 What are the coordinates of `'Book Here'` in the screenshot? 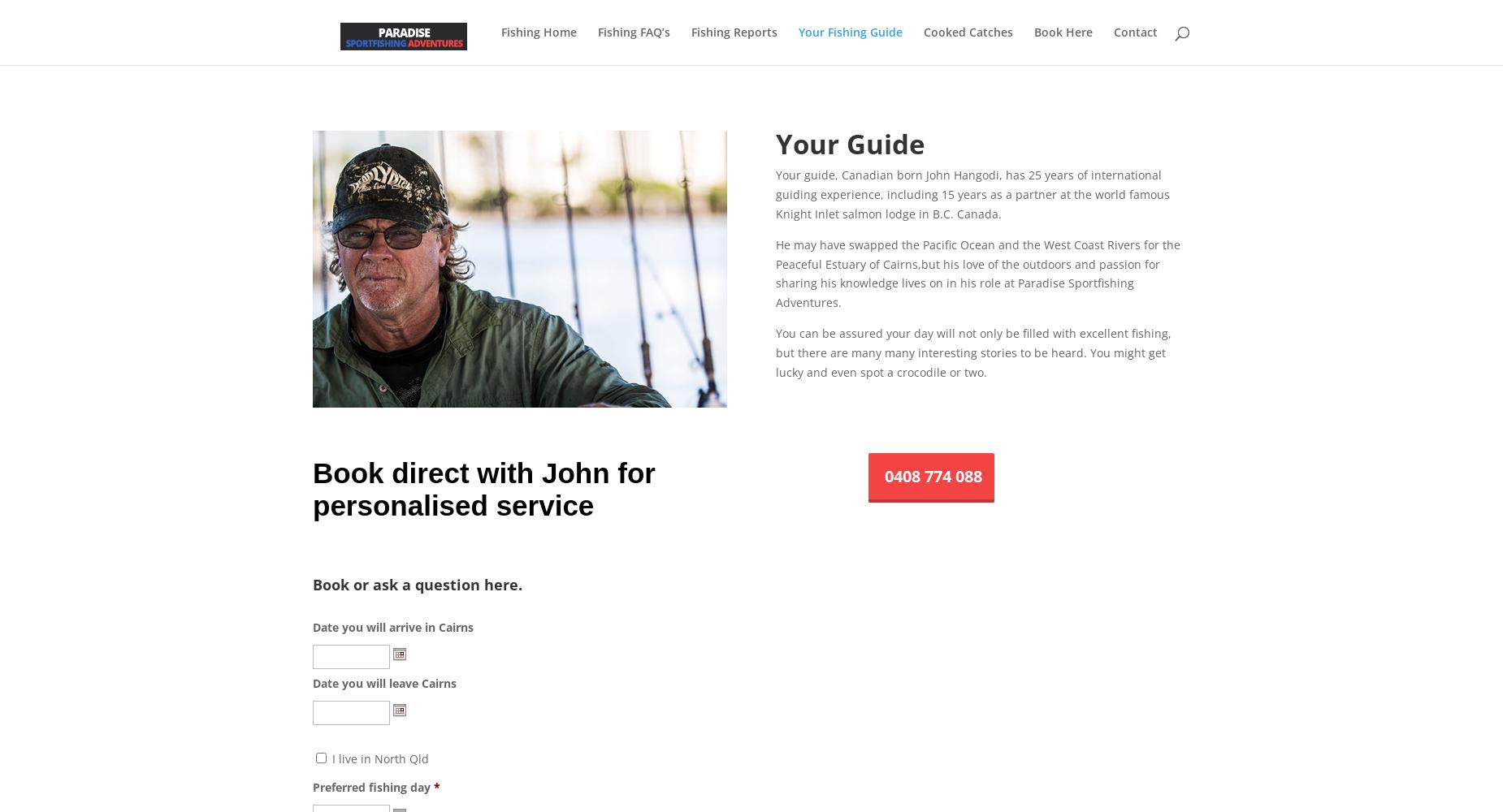 It's located at (1063, 32).